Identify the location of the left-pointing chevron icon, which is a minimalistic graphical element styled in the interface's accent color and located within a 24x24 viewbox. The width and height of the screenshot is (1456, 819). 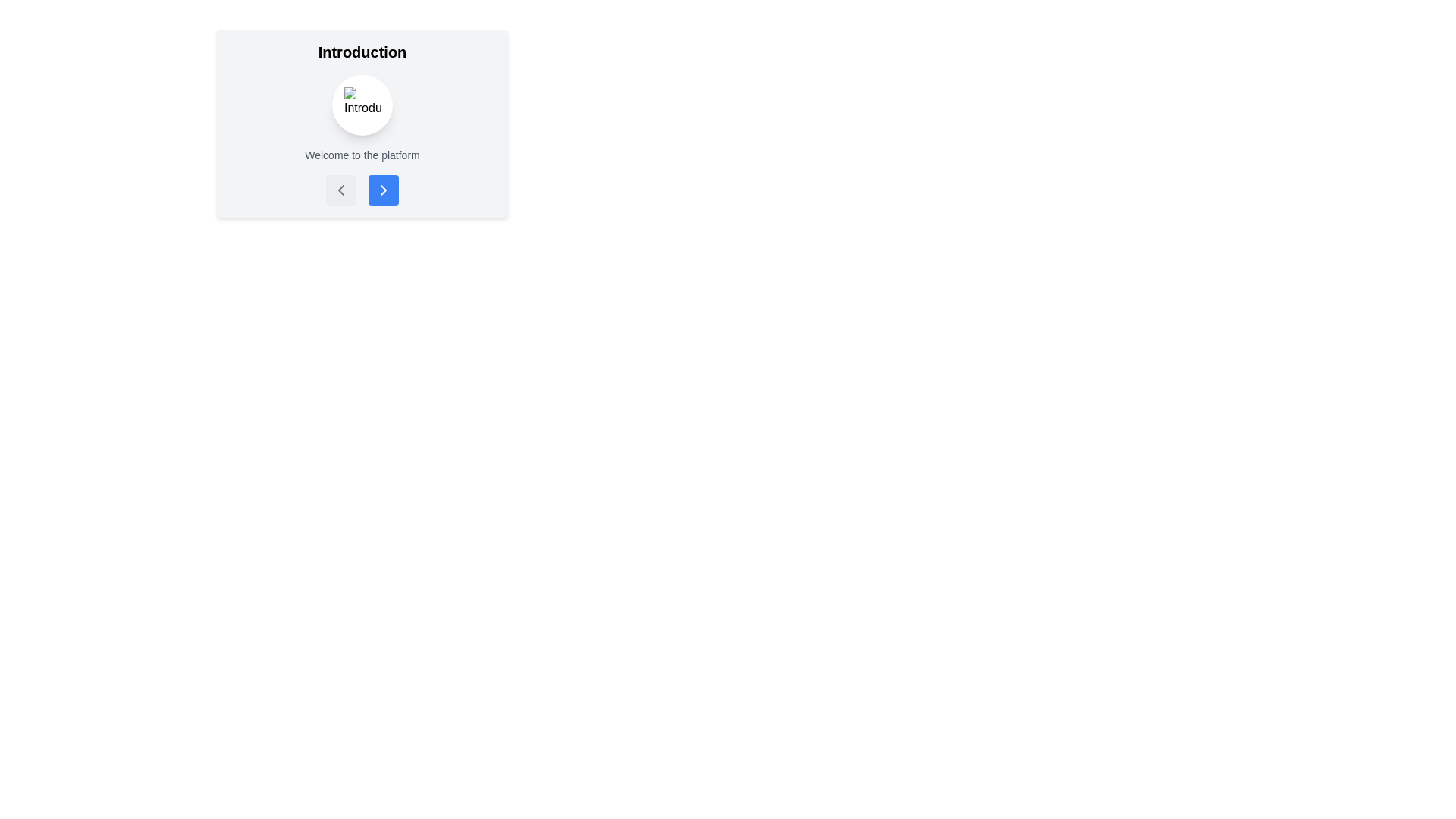
(340, 189).